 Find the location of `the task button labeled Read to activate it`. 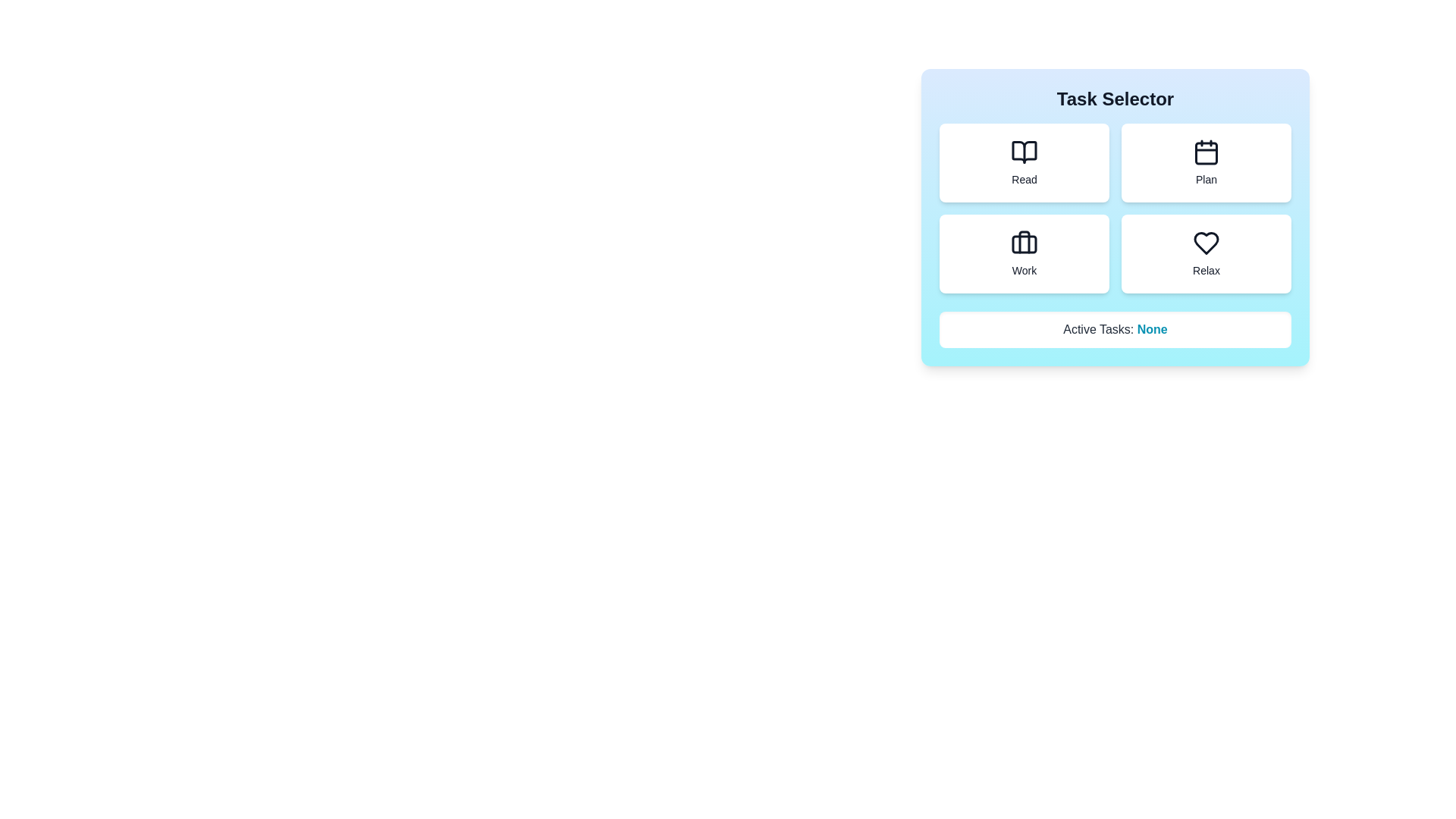

the task button labeled Read to activate it is located at coordinates (1024, 163).